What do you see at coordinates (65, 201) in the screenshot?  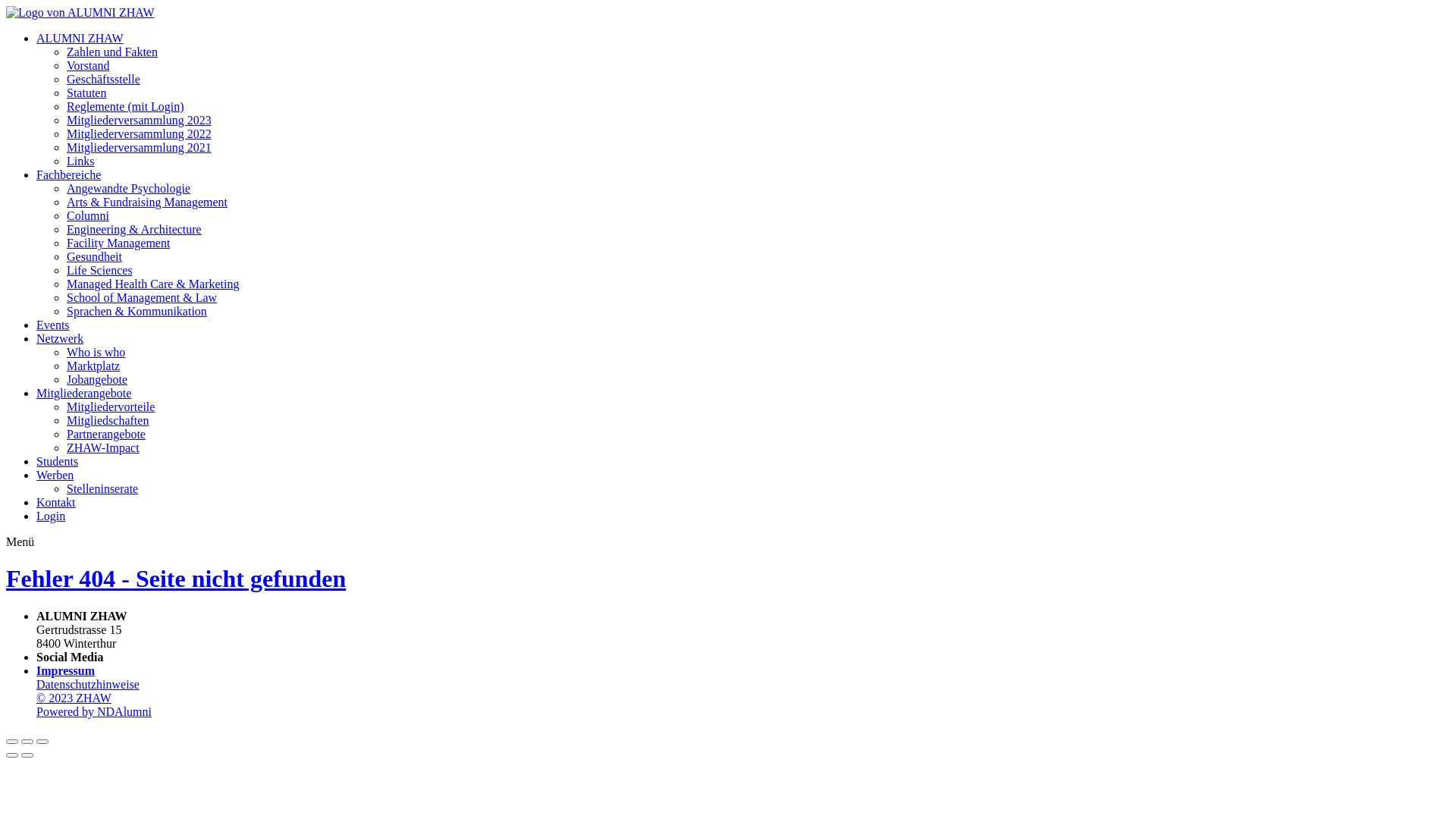 I see `'Arts & Fundraising Management'` at bounding box center [65, 201].